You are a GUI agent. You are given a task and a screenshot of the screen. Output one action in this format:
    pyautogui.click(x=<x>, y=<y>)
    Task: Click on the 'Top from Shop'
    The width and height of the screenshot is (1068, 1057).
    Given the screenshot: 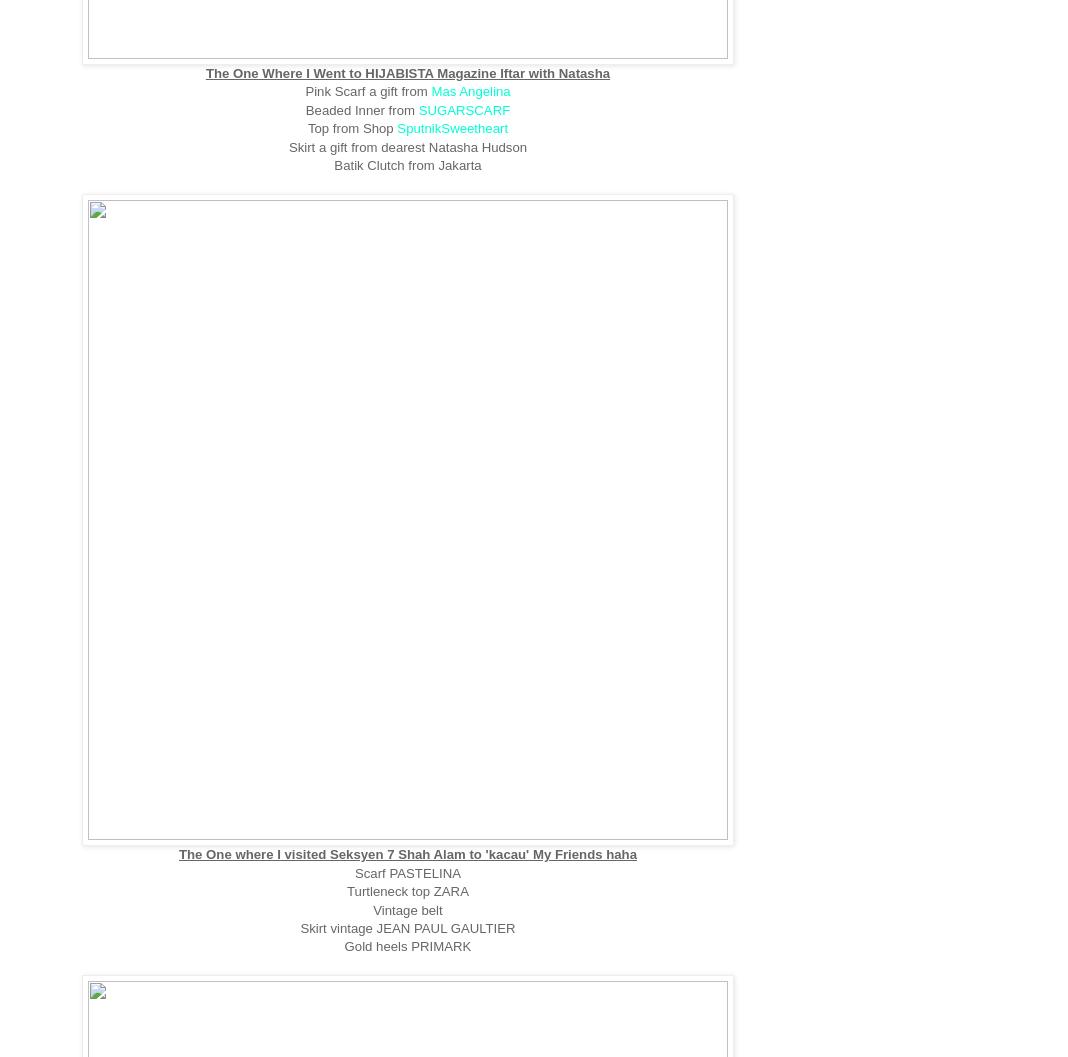 What is the action you would take?
    pyautogui.click(x=351, y=127)
    